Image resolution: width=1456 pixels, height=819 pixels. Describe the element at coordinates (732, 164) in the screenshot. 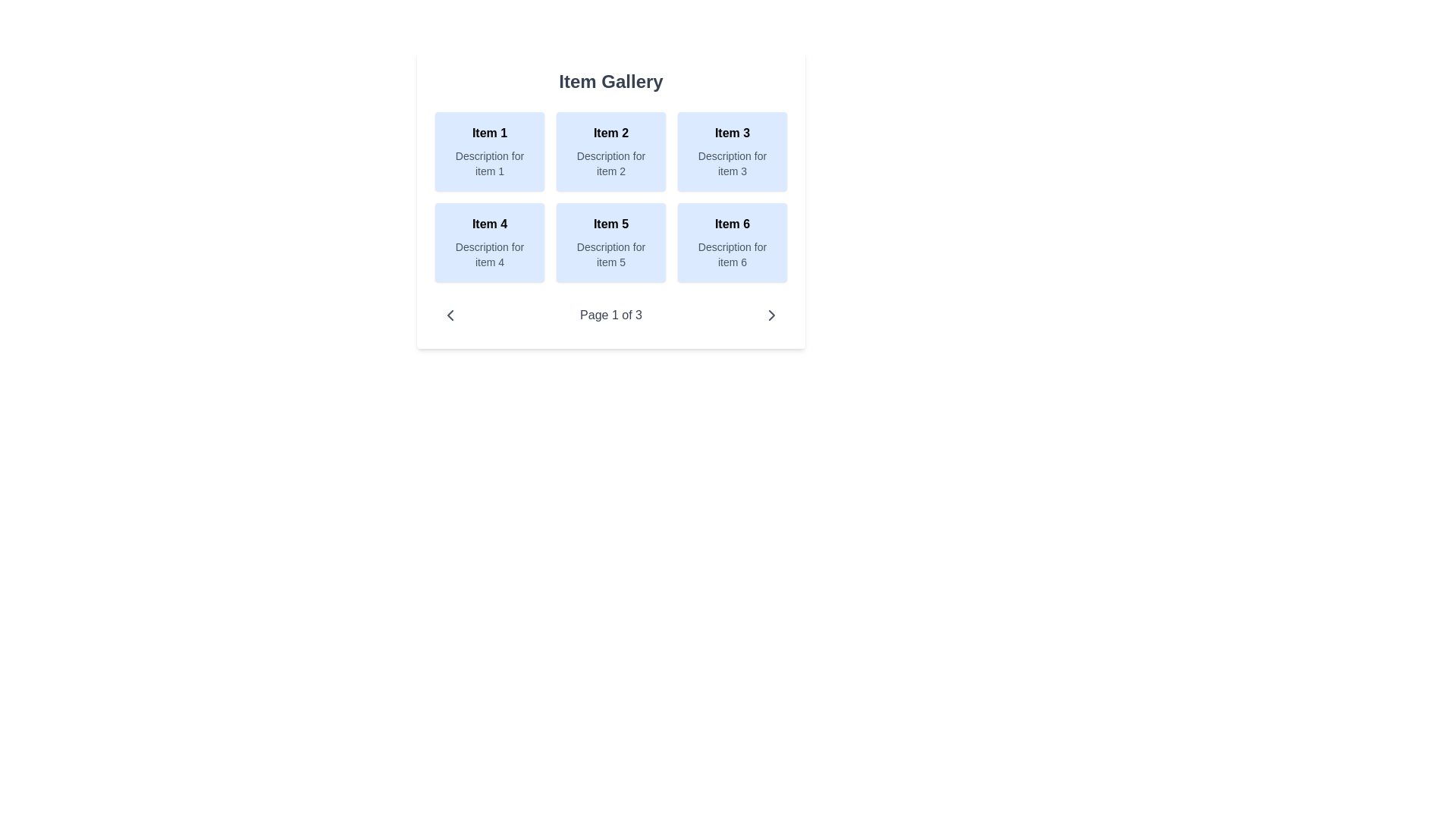

I see `the text label providing supplementary information related to 'Item 3', located below the header 'Item 3' in the grid layout` at that location.